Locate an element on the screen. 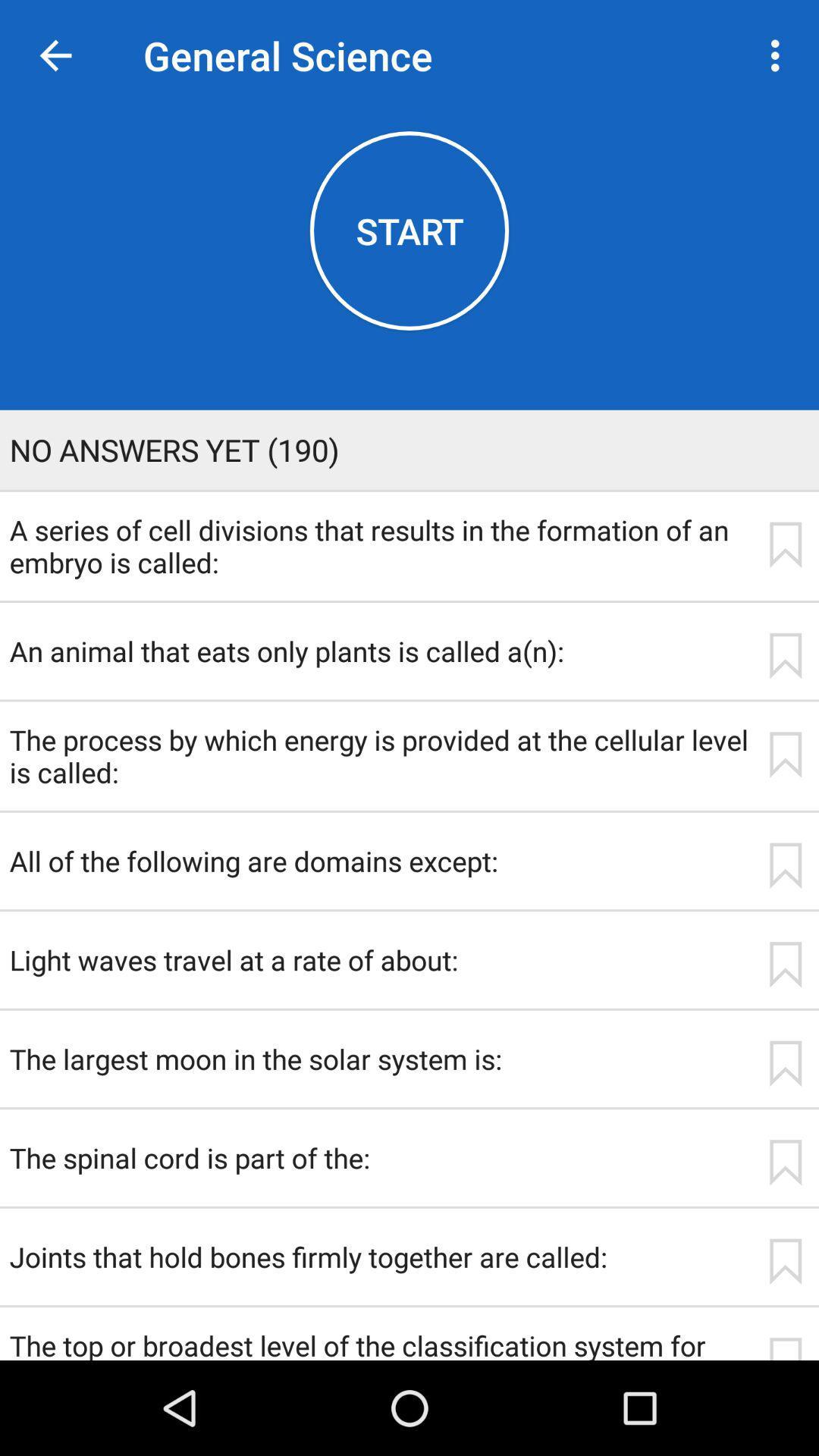 The height and width of the screenshot is (1456, 819). the app to the right of the the spinal cord item is located at coordinates (785, 1162).